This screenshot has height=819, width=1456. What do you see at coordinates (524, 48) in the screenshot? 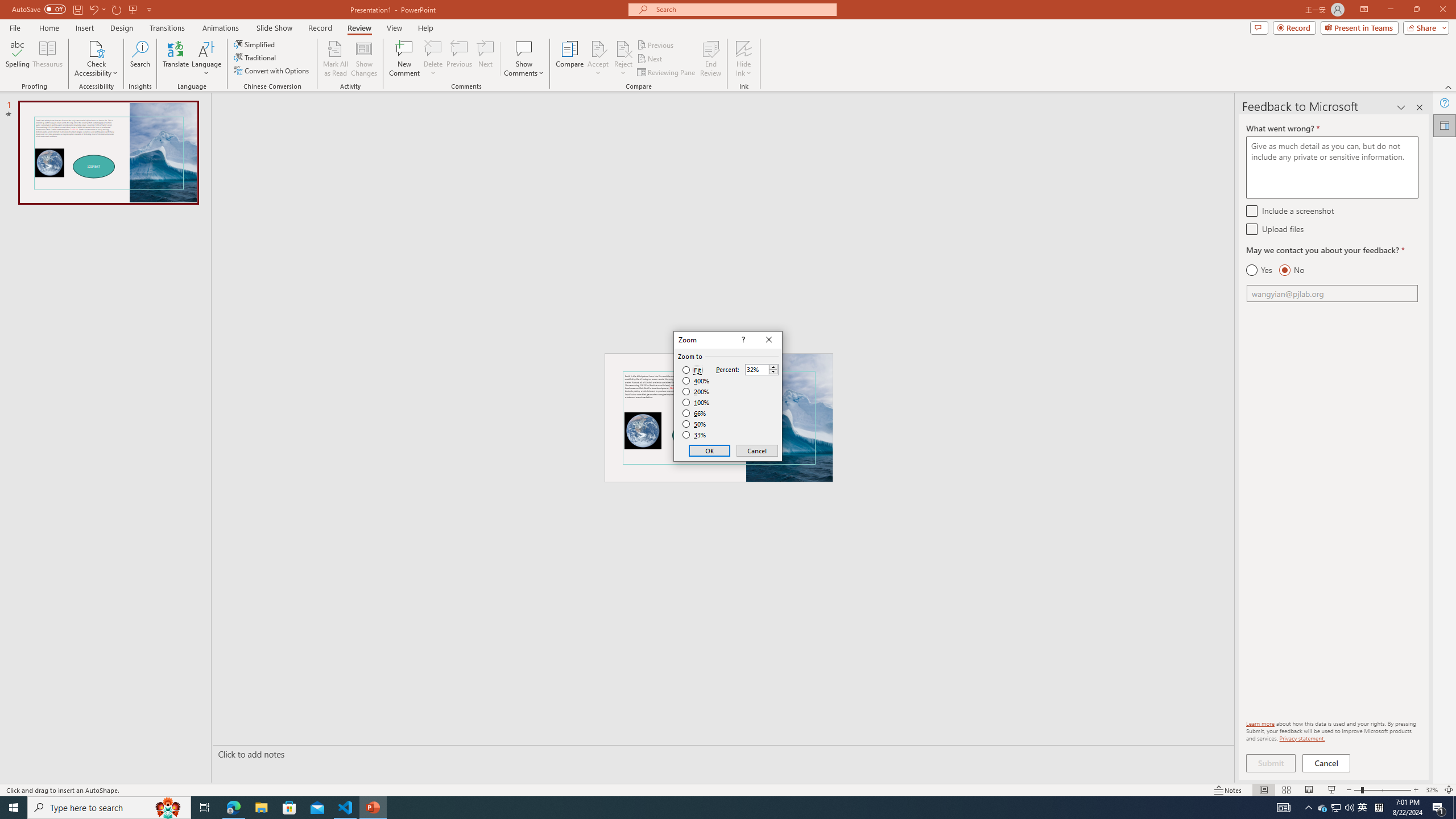
I see `'Show Comments'` at bounding box center [524, 48].